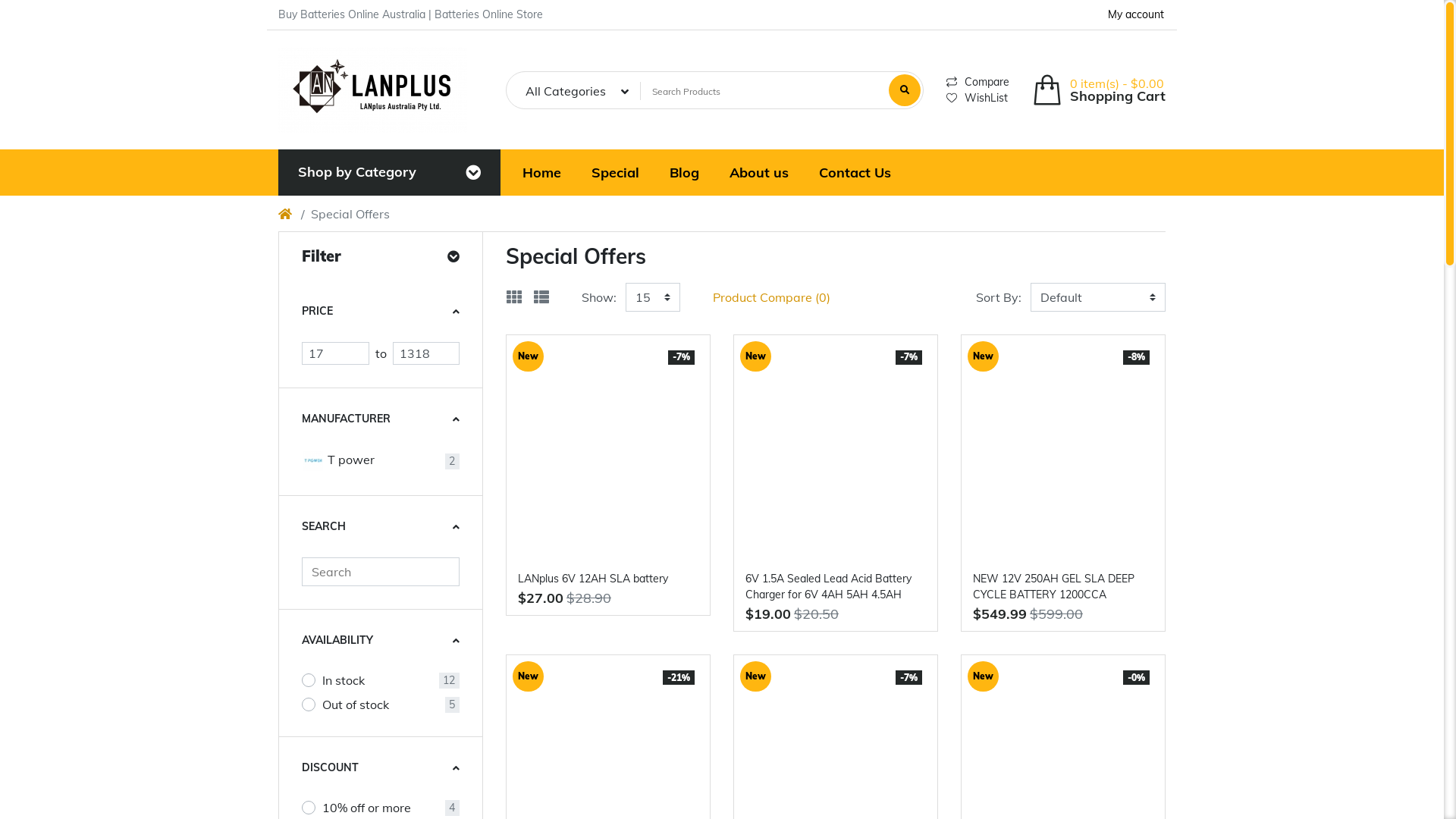 Image resolution: width=1456 pixels, height=819 pixels. I want to click on 'Compare', so click(977, 82).